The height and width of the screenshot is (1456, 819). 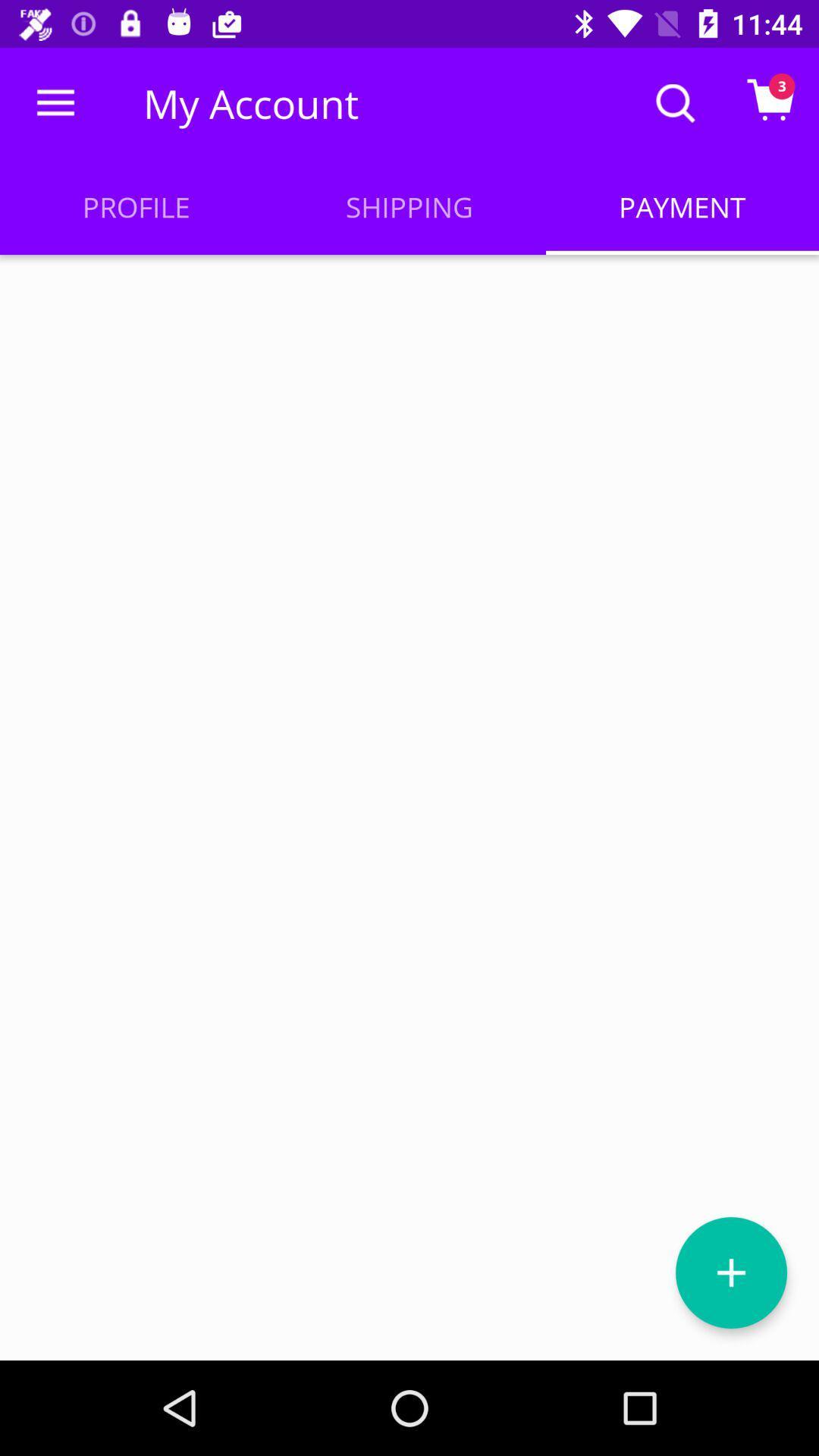 I want to click on the add icon, so click(x=730, y=1272).